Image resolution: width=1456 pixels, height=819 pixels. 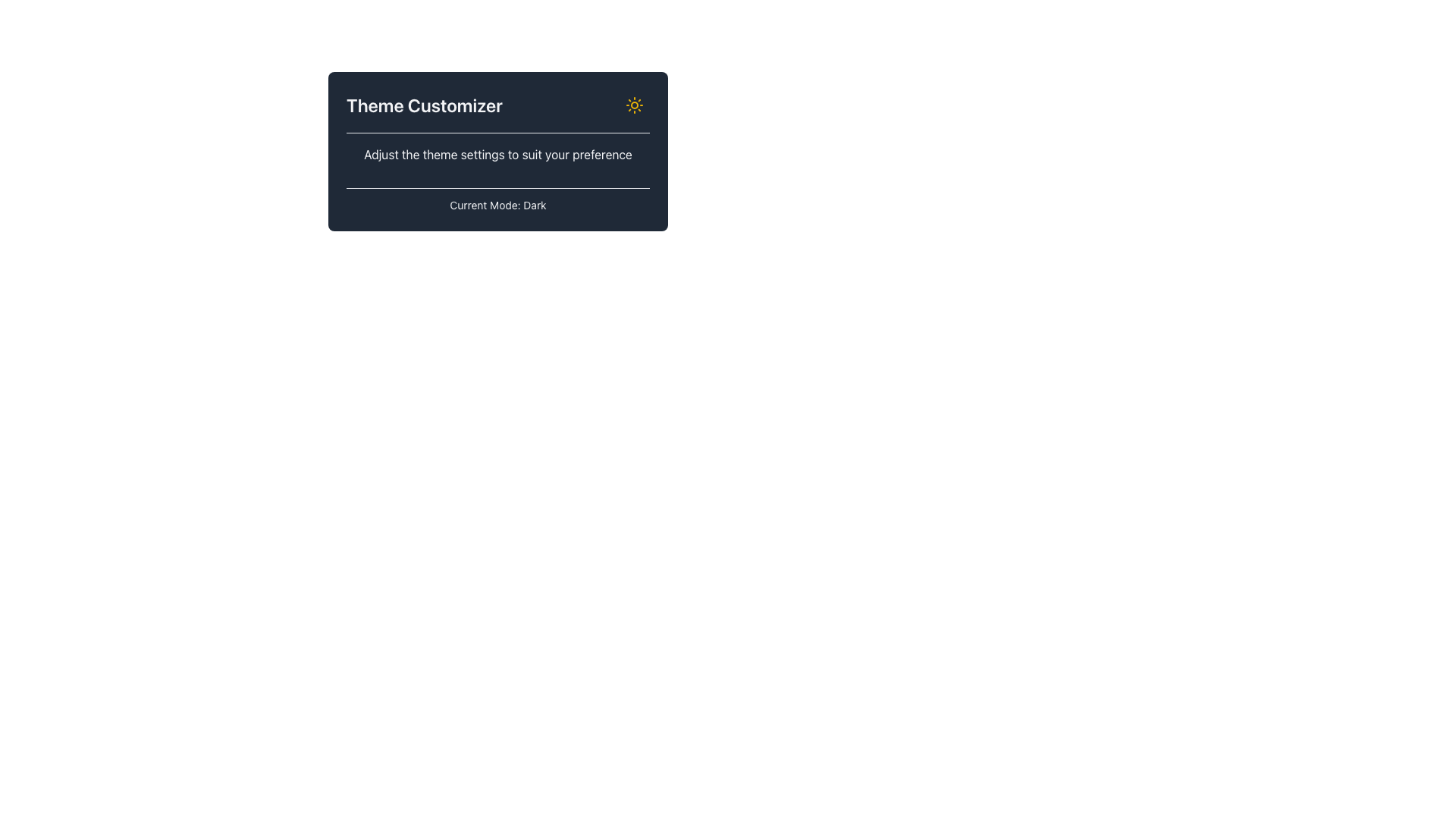 I want to click on the text label that indicates the current mode as 'Current Mode: Dark', located in the Theme Customizer section, below the horizontal line separator, so click(x=498, y=205).